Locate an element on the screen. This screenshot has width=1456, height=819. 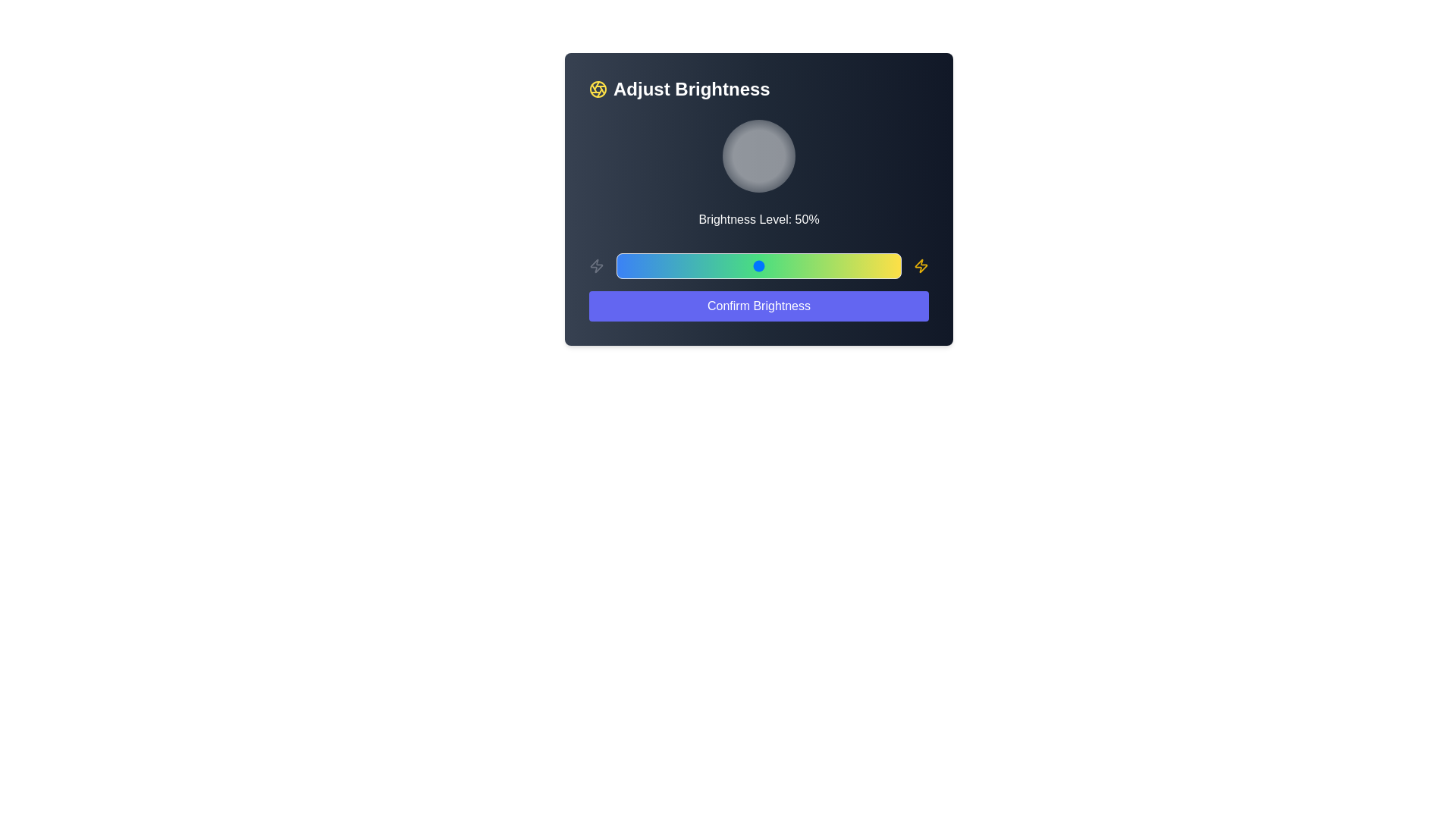
the brightness slider to 13% is located at coordinates (653, 265).